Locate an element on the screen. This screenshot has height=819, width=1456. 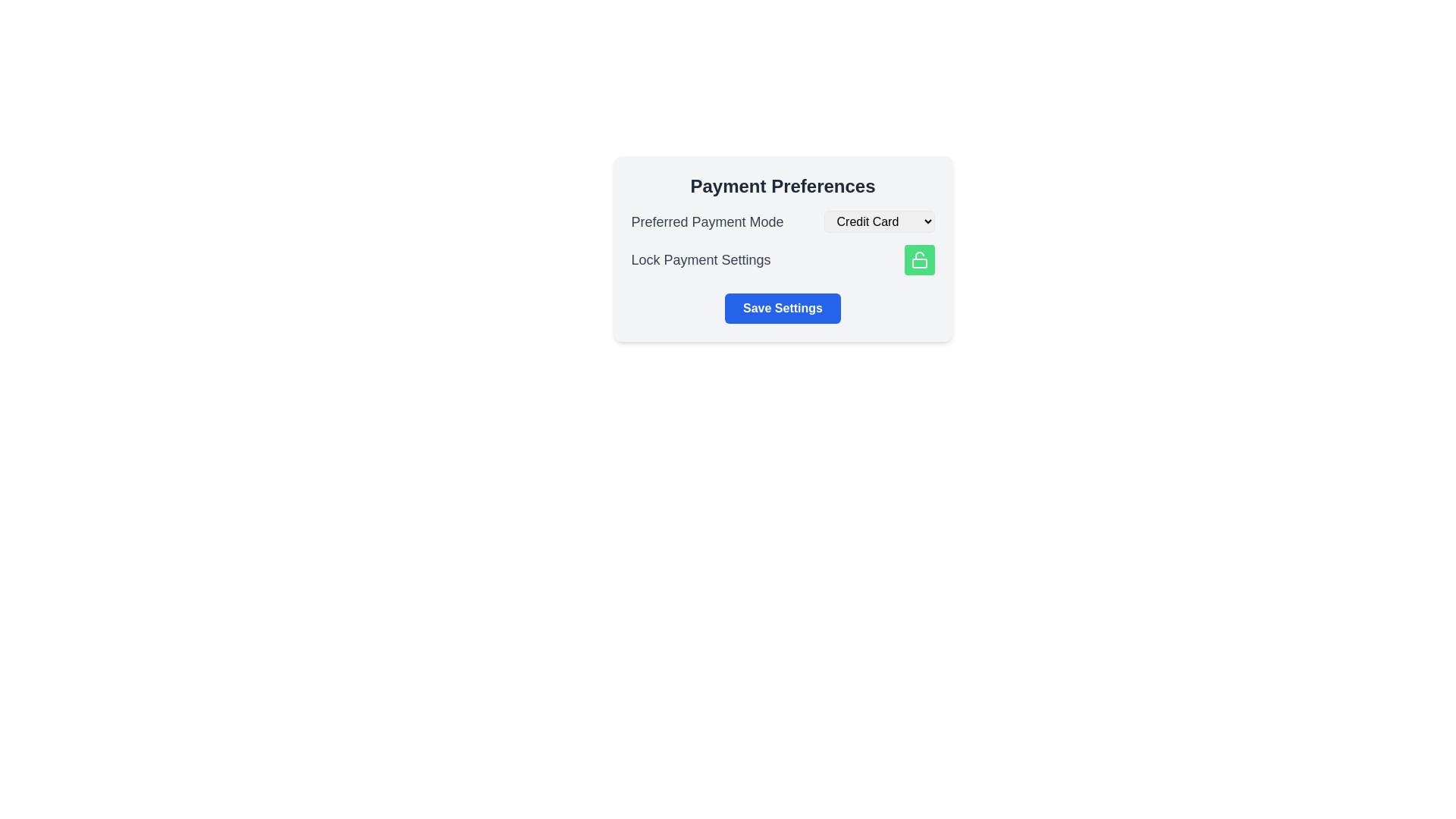
the open lock shackle icon within the SVG graphic, located on the right side of the 'Lock Payment Settings' label in the 'Payment Preferences' section is located at coordinates (918, 255).